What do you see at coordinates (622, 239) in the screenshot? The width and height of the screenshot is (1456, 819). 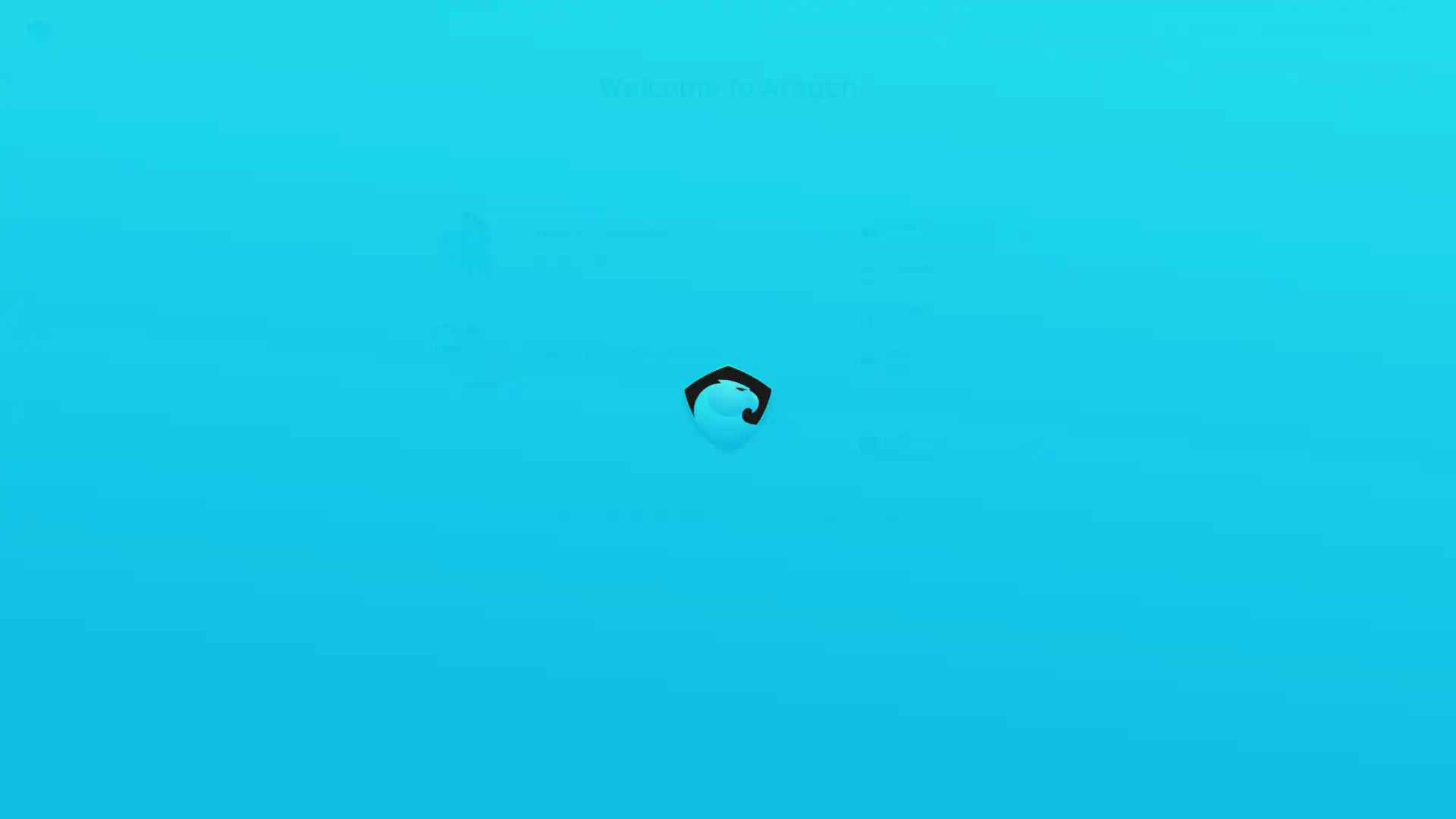 I see `Create an organization Start your organization with Aragon` at bounding box center [622, 239].